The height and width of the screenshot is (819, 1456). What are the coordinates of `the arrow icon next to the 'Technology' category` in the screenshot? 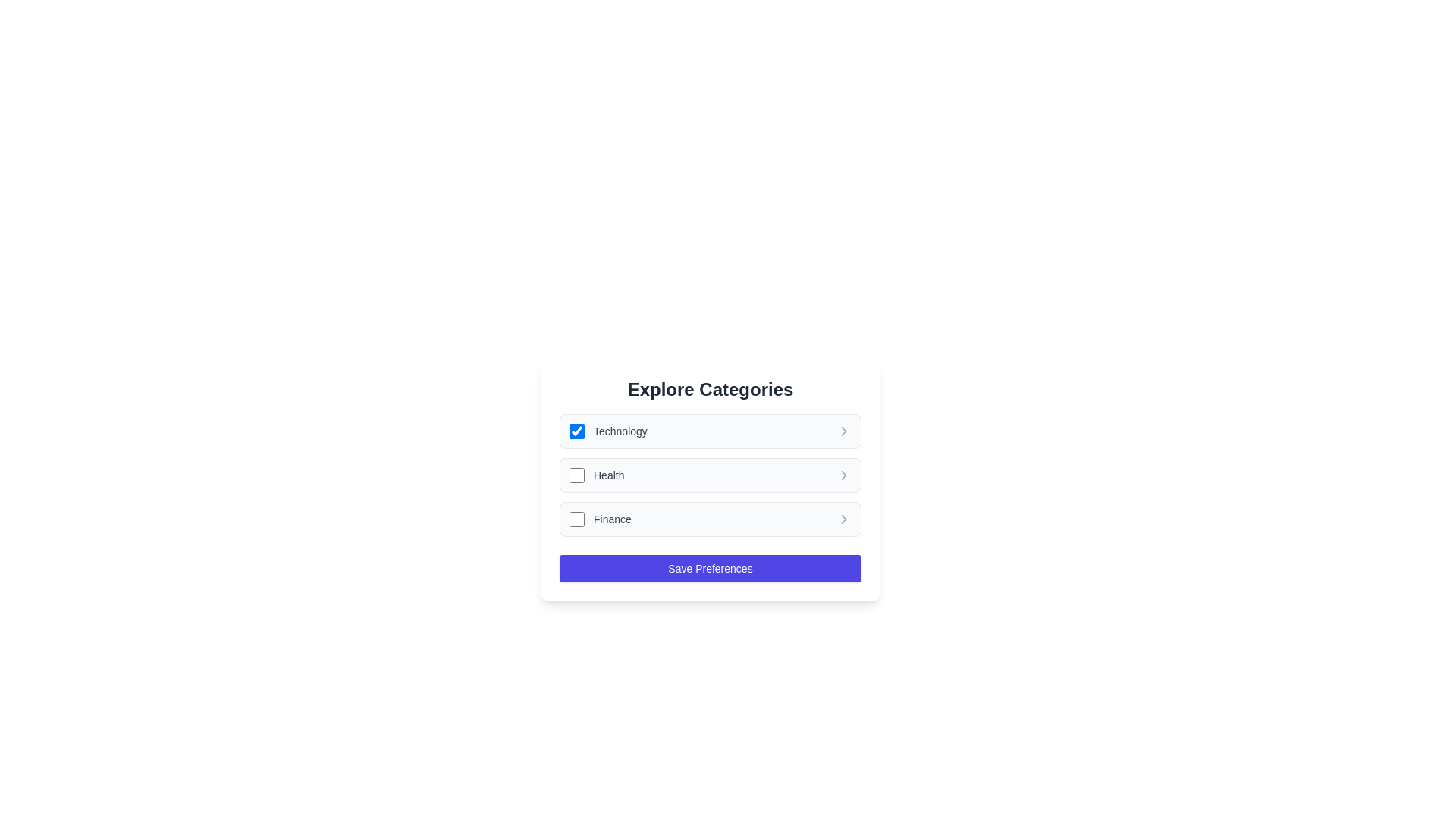 It's located at (843, 431).